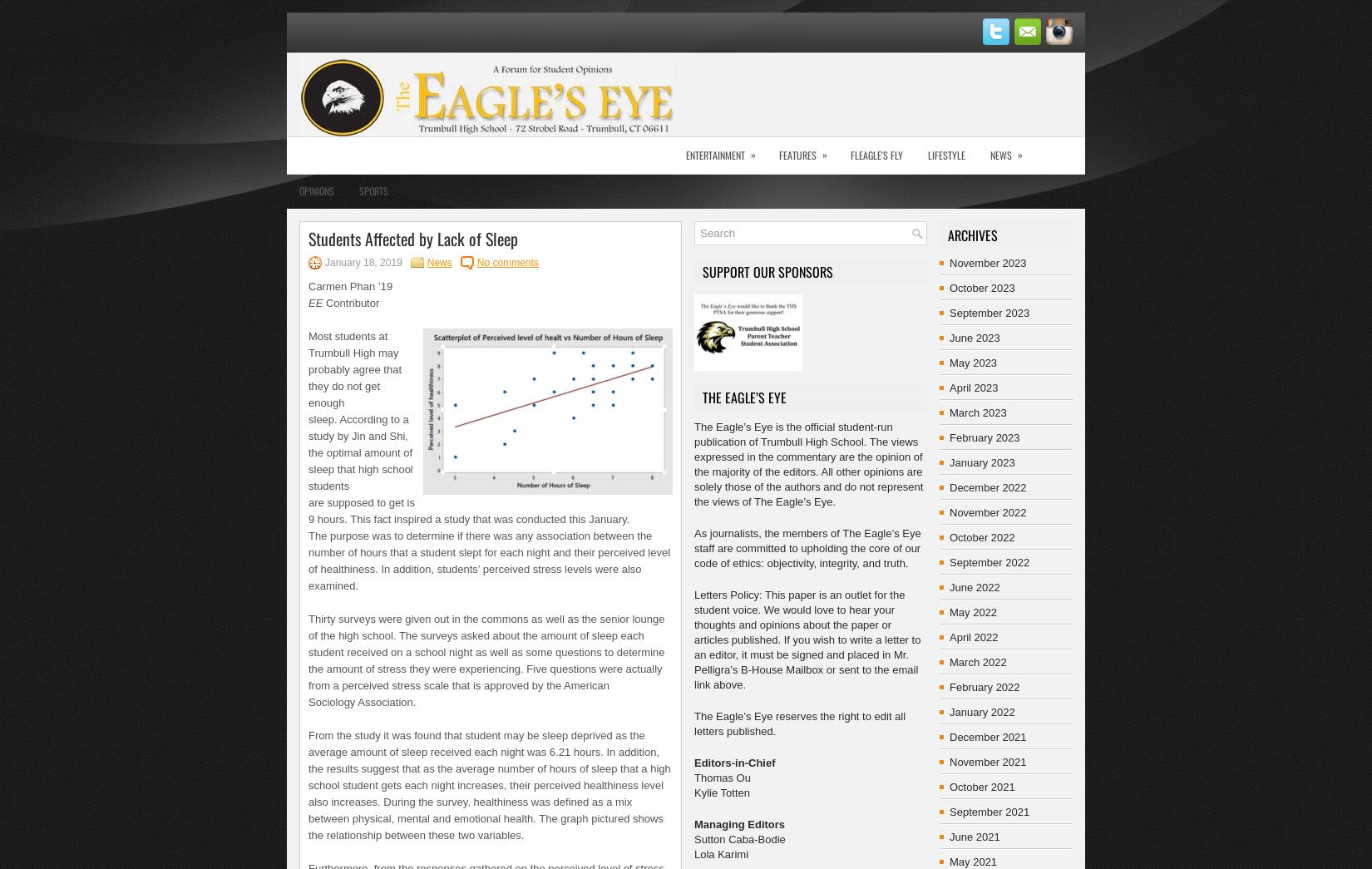 This screenshot has width=1372, height=869. What do you see at coordinates (739, 839) in the screenshot?
I see `'Sutton Caba-Bodie'` at bounding box center [739, 839].